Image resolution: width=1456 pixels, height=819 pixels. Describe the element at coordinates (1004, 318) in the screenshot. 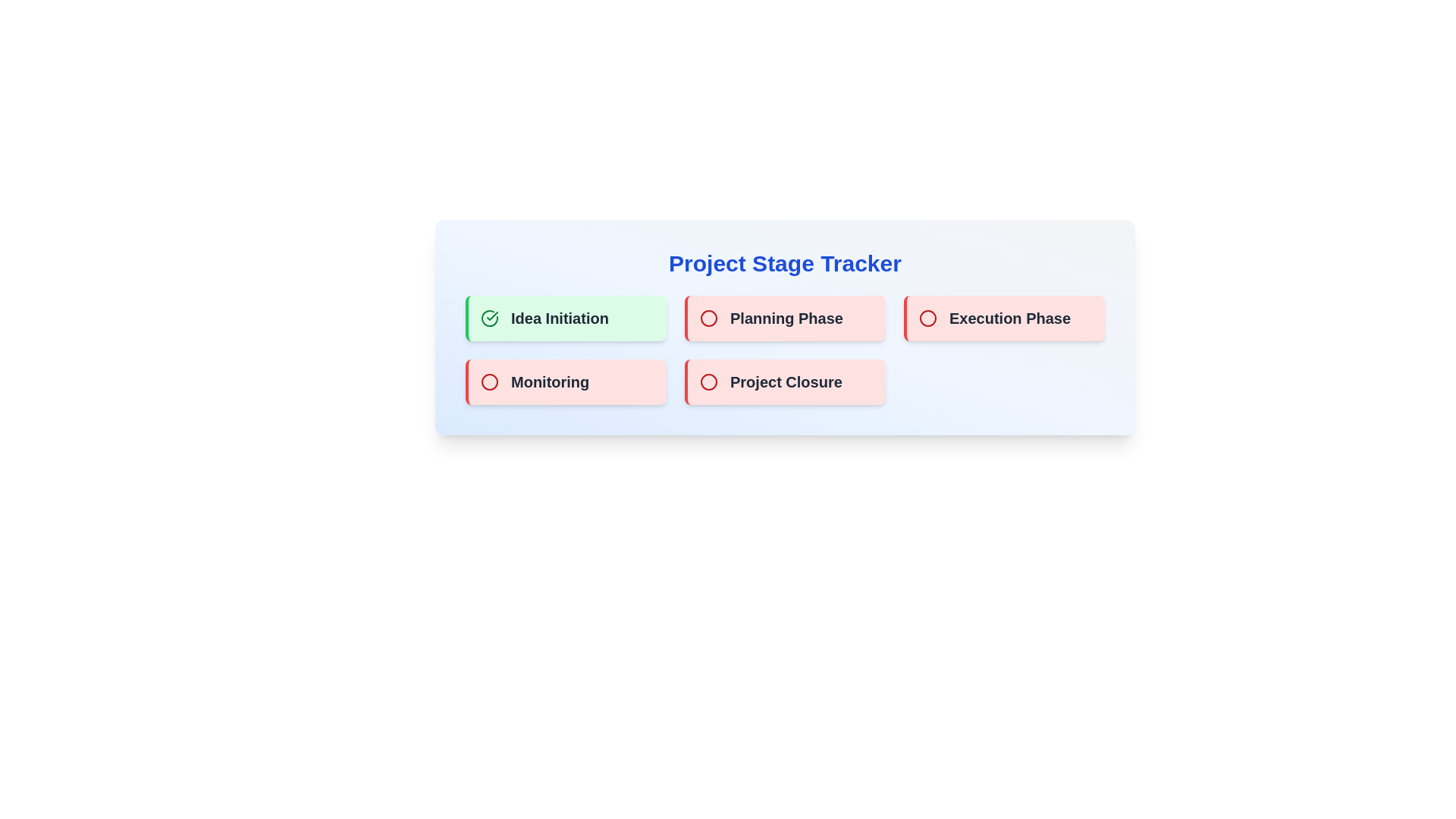

I see `the stage card labeled Execution Phase to observe the hover effect` at that location.